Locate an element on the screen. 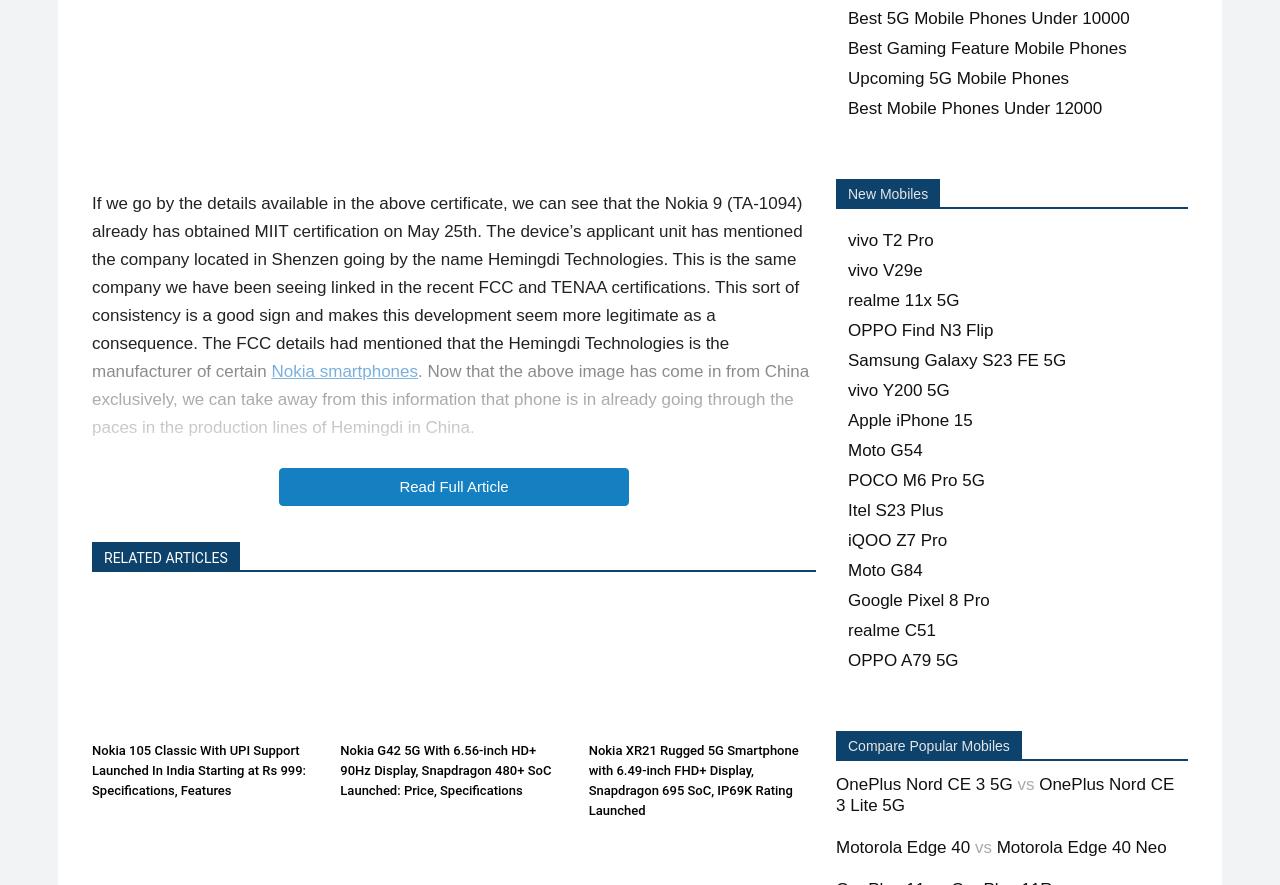  'New Mobiles' is located at coordinates (886, 193).